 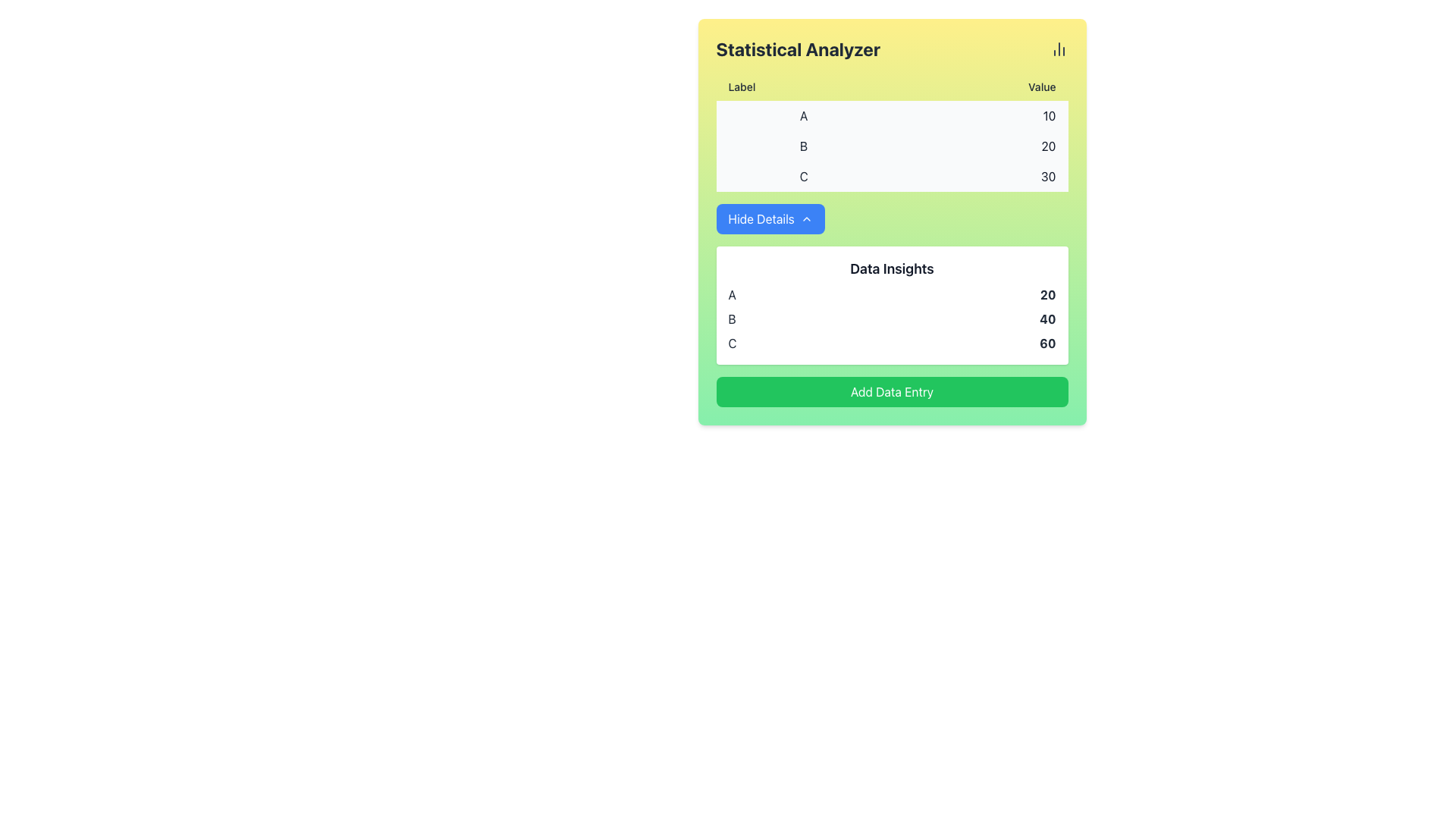 I want to click on the numeric value displayed in dark gray color, located in the first row of the 'Value' column adjacent, so click(x=980, y=115).